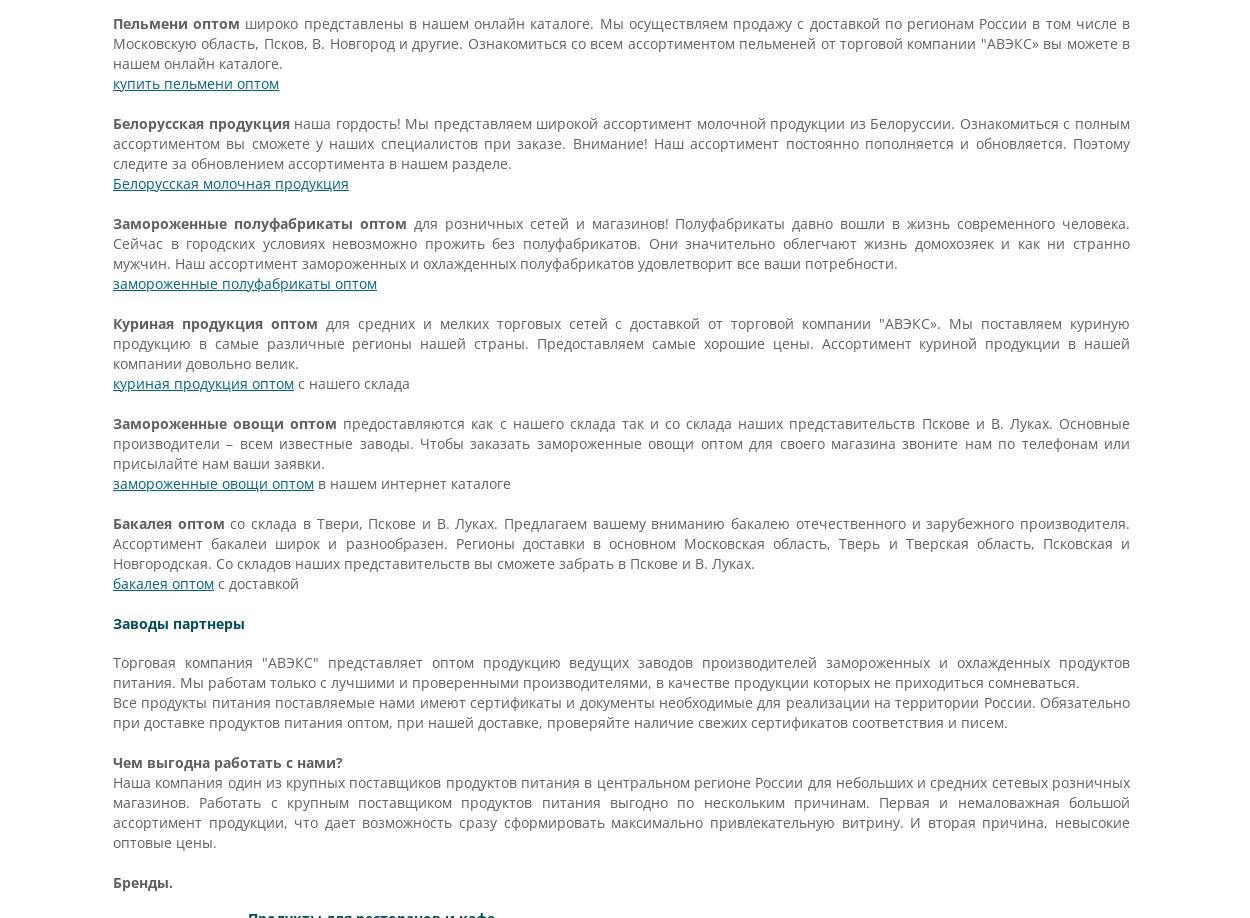 The height and width of the screenshot is (918, 1250). I want to click on 'Все продукты питания поставляемые нами имеют сертификаты и документы необходимые для реализации на территории России. Обязательно при доставке продуктов питания оптом, при нашей доставке, проверяйте наличие свежих сертификатов соответствия и писем.', so click(111, 711).